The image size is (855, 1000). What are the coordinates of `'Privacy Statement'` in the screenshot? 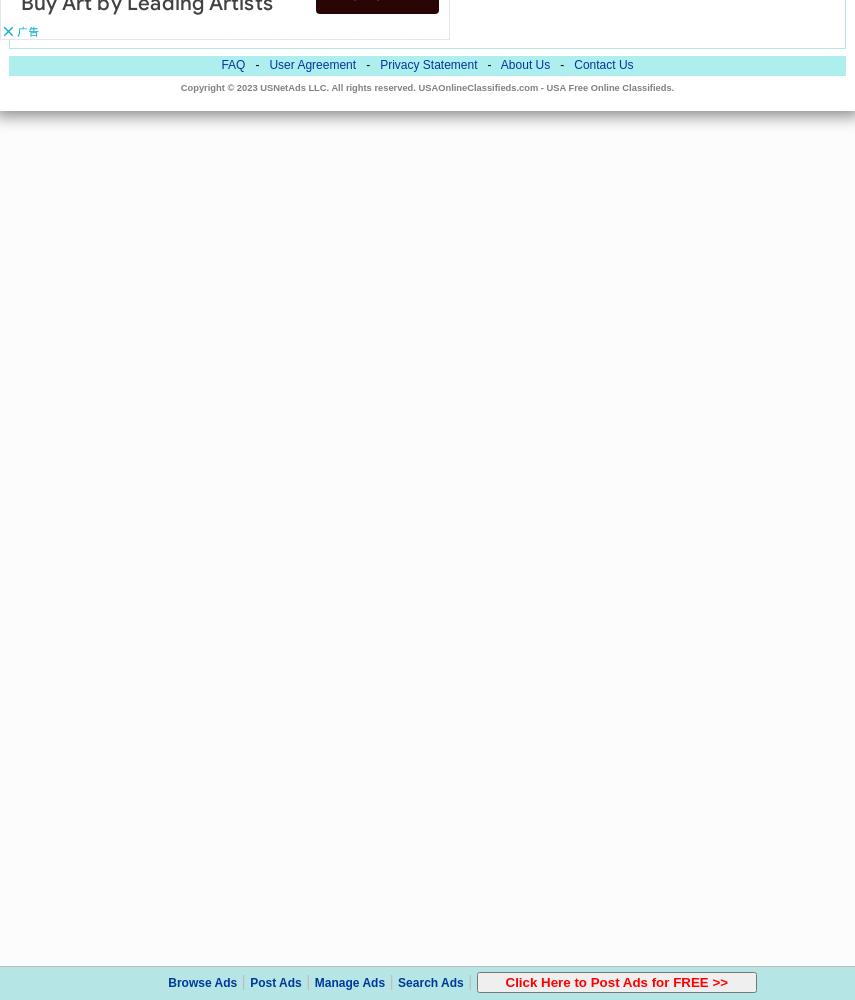 It's located at (378, 64).